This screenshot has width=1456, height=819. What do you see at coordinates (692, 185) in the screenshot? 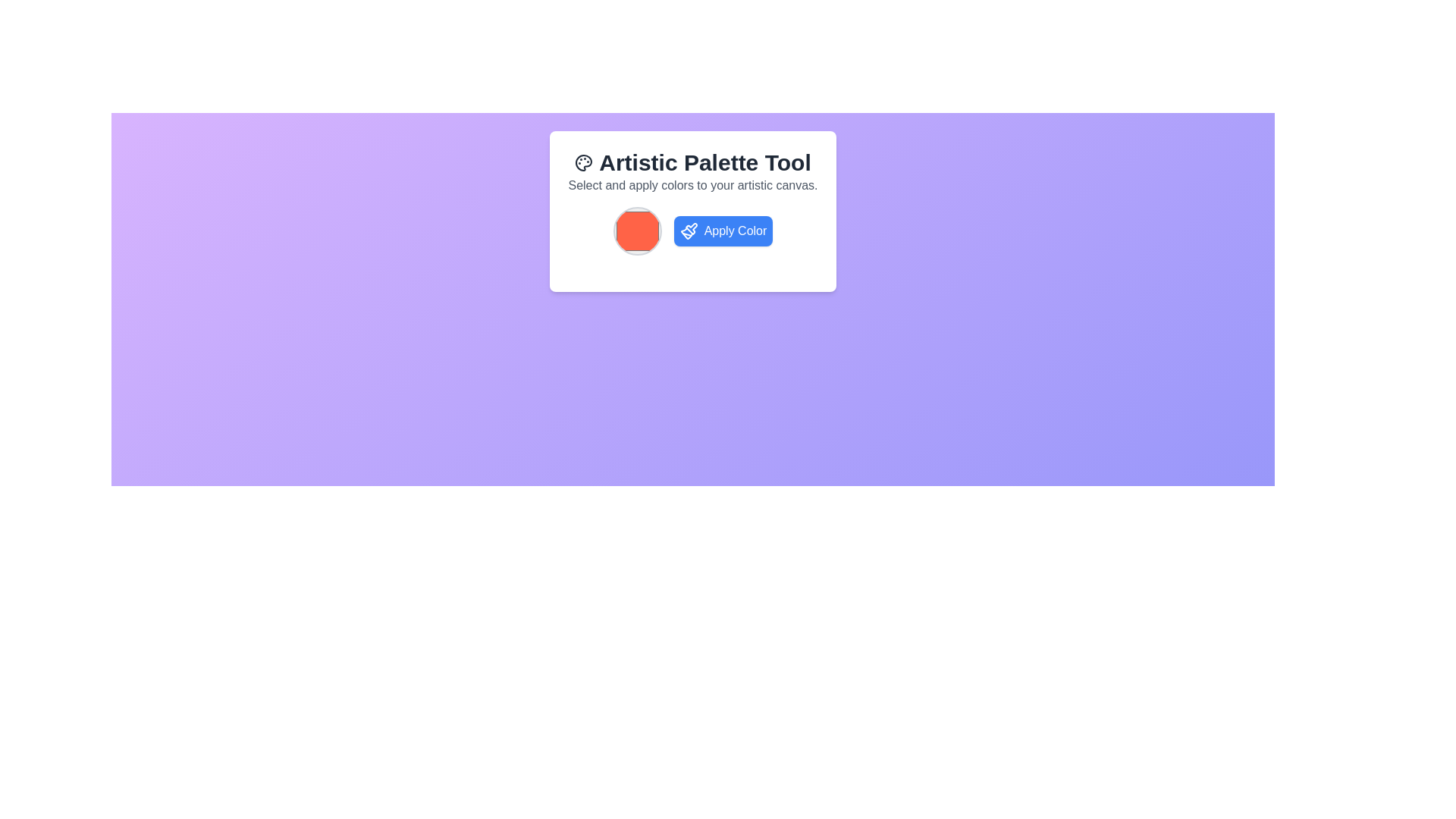
I see `the static text block that provides instructional guidance regarding selecting and applying colors, located directly below the 'Artistic Palette Tool' header and above the 'Apply Color' button` at bounding box center [692, 185].